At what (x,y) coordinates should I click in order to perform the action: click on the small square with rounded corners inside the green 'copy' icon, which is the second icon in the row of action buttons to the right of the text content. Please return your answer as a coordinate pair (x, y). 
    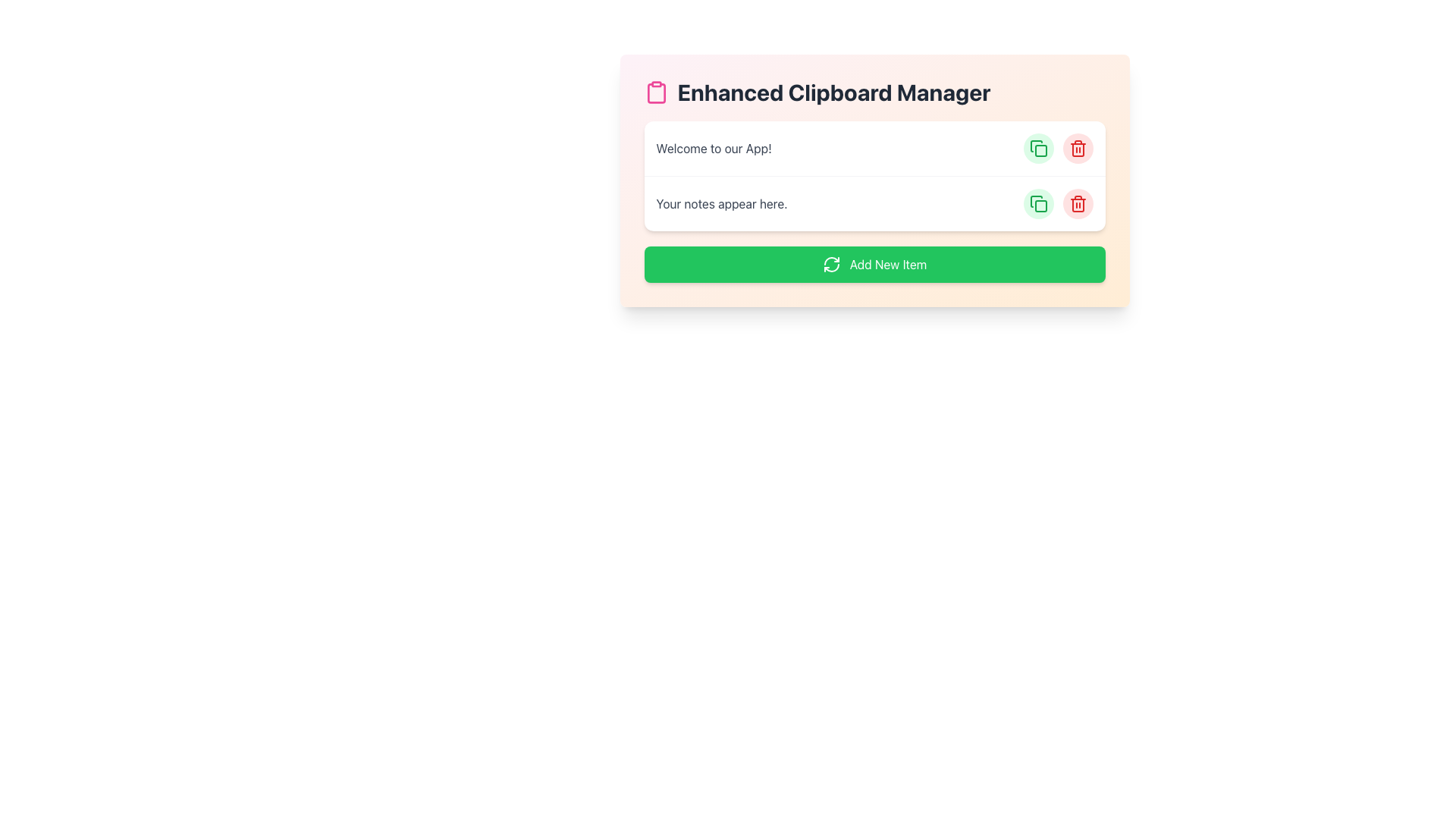
    Looking at the image, I should click on (1040, 206).